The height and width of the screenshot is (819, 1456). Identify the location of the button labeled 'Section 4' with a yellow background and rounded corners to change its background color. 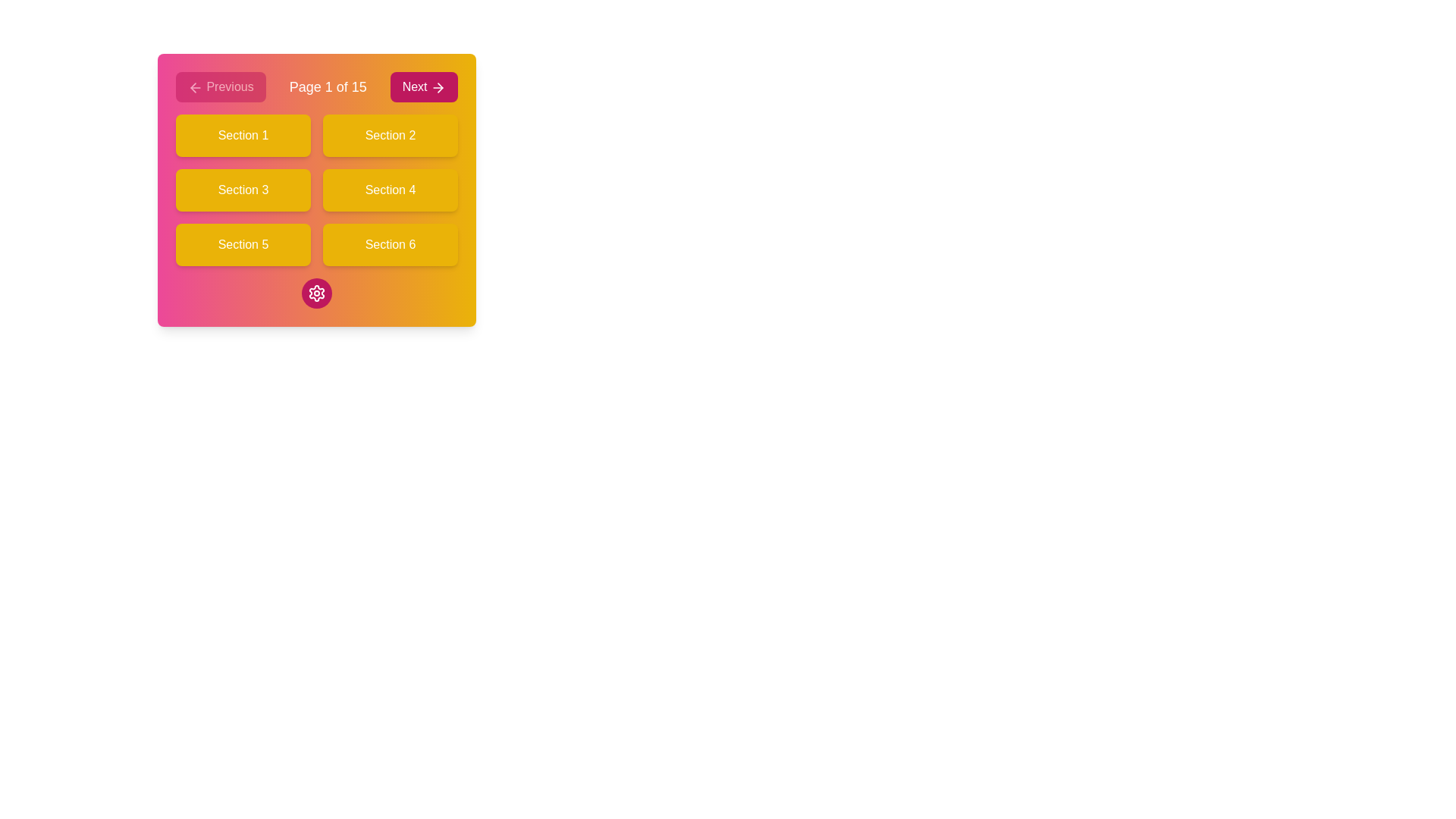
(390, 189).